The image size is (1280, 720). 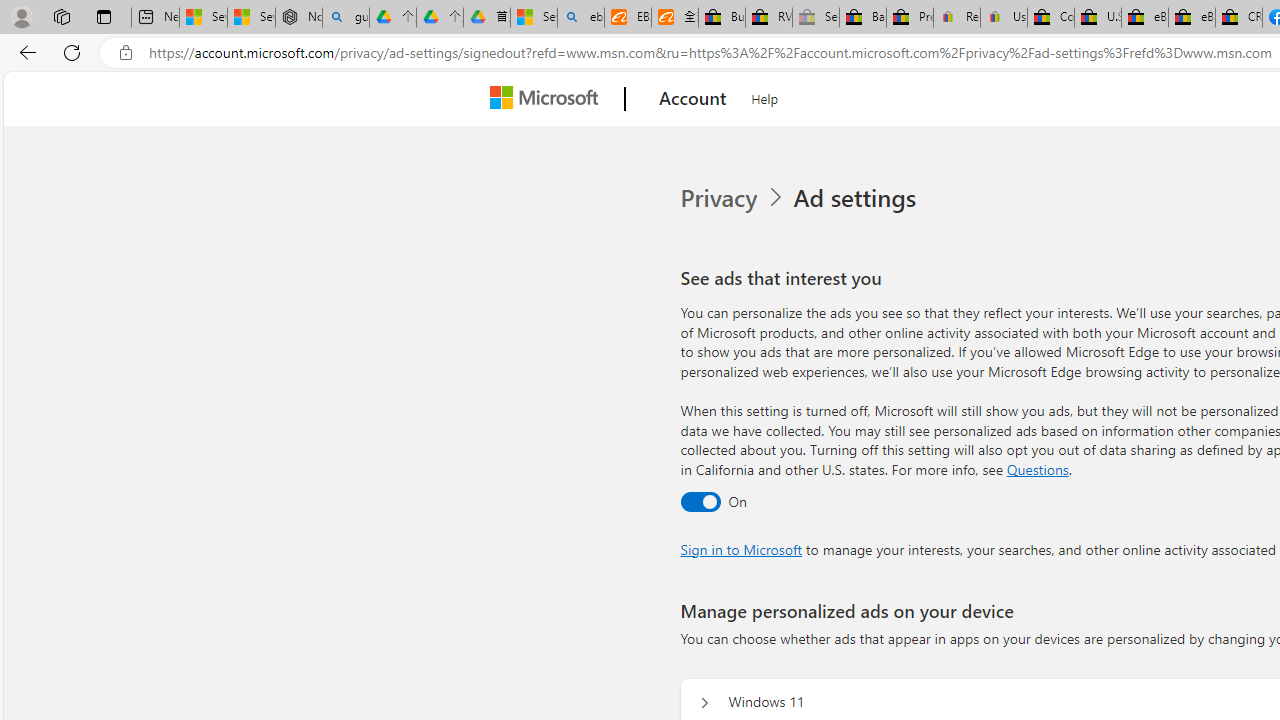 I want to click on 'Manage personalized ads on your device Windows 11', so click(x=704, y=702).